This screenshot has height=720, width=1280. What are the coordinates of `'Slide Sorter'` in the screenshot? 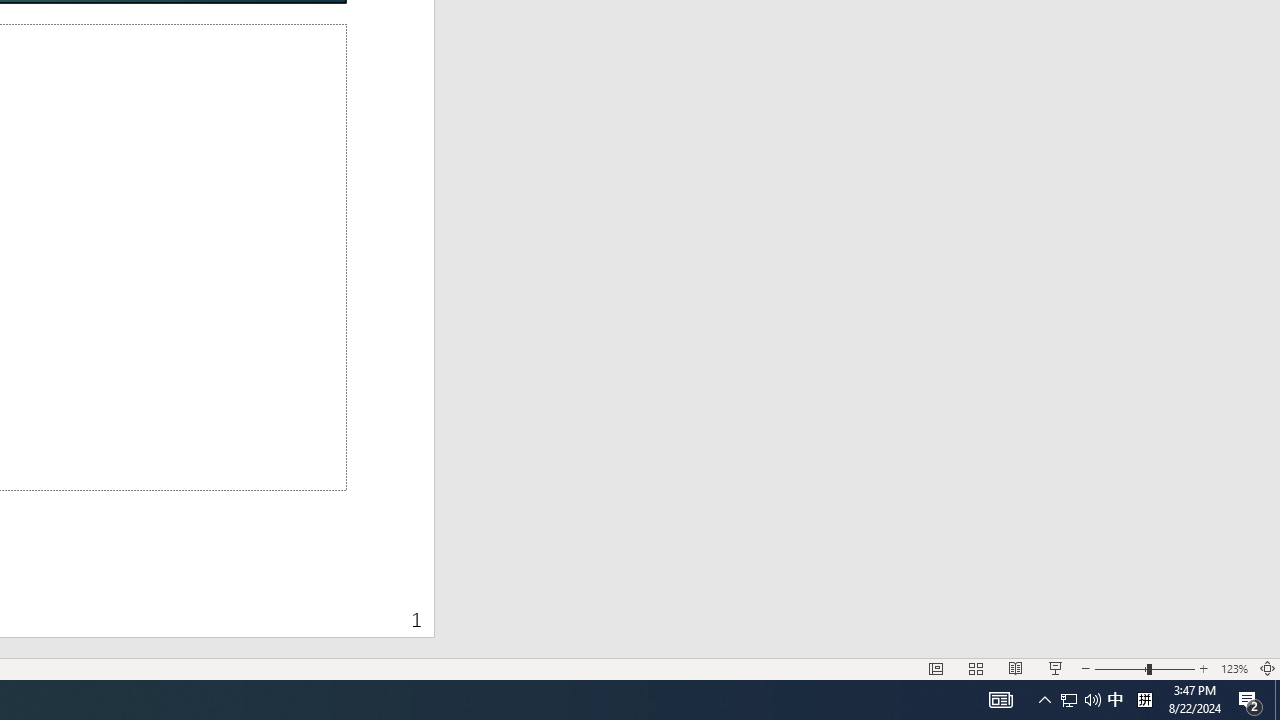 It's located at (976, 669).